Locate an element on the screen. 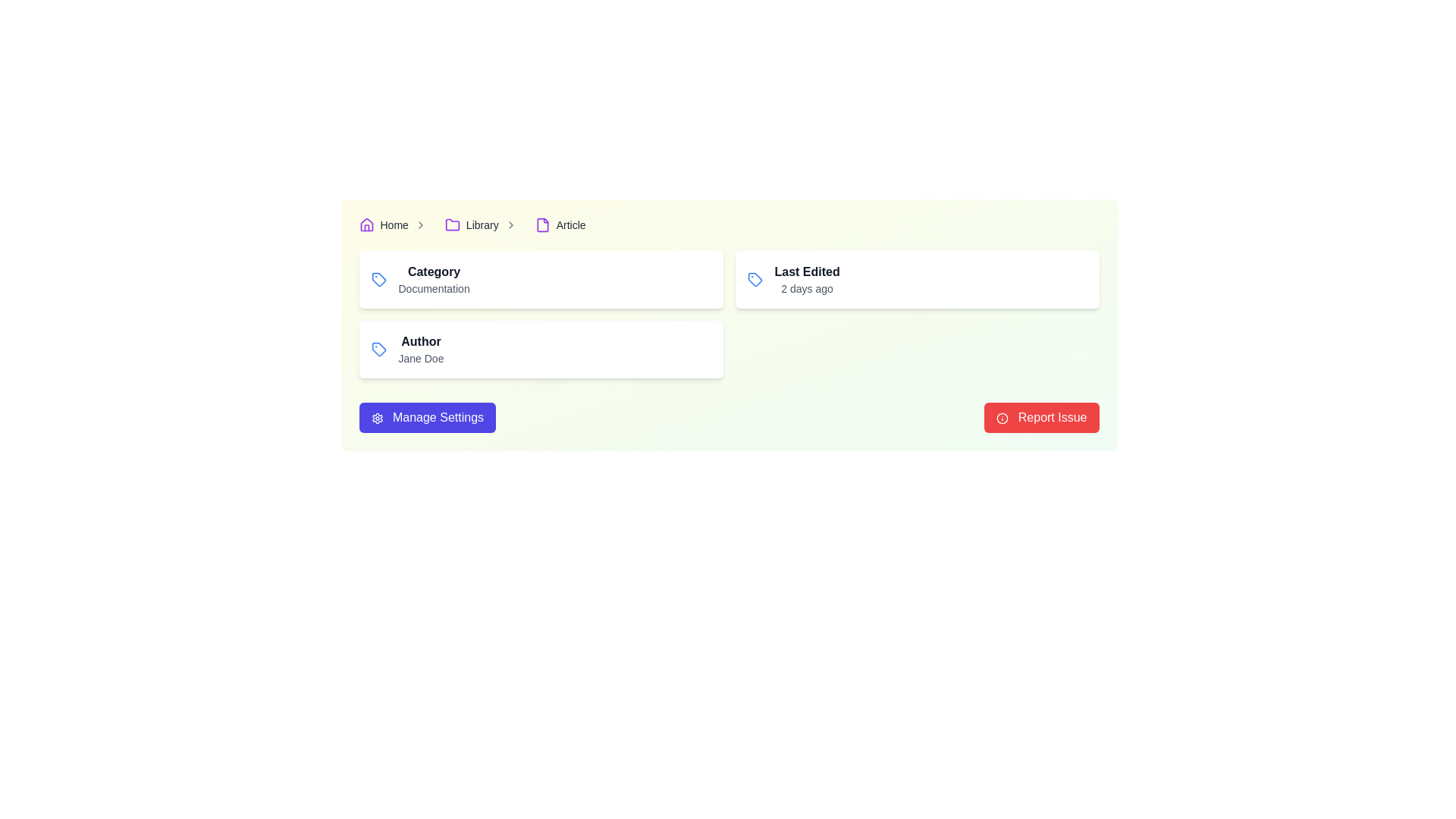 The width and height of the screenshot is (1456, 819). the static text label that serves as a title for the associated content, located in the upper-left area of the main content section is located at coordinates (433, 271).